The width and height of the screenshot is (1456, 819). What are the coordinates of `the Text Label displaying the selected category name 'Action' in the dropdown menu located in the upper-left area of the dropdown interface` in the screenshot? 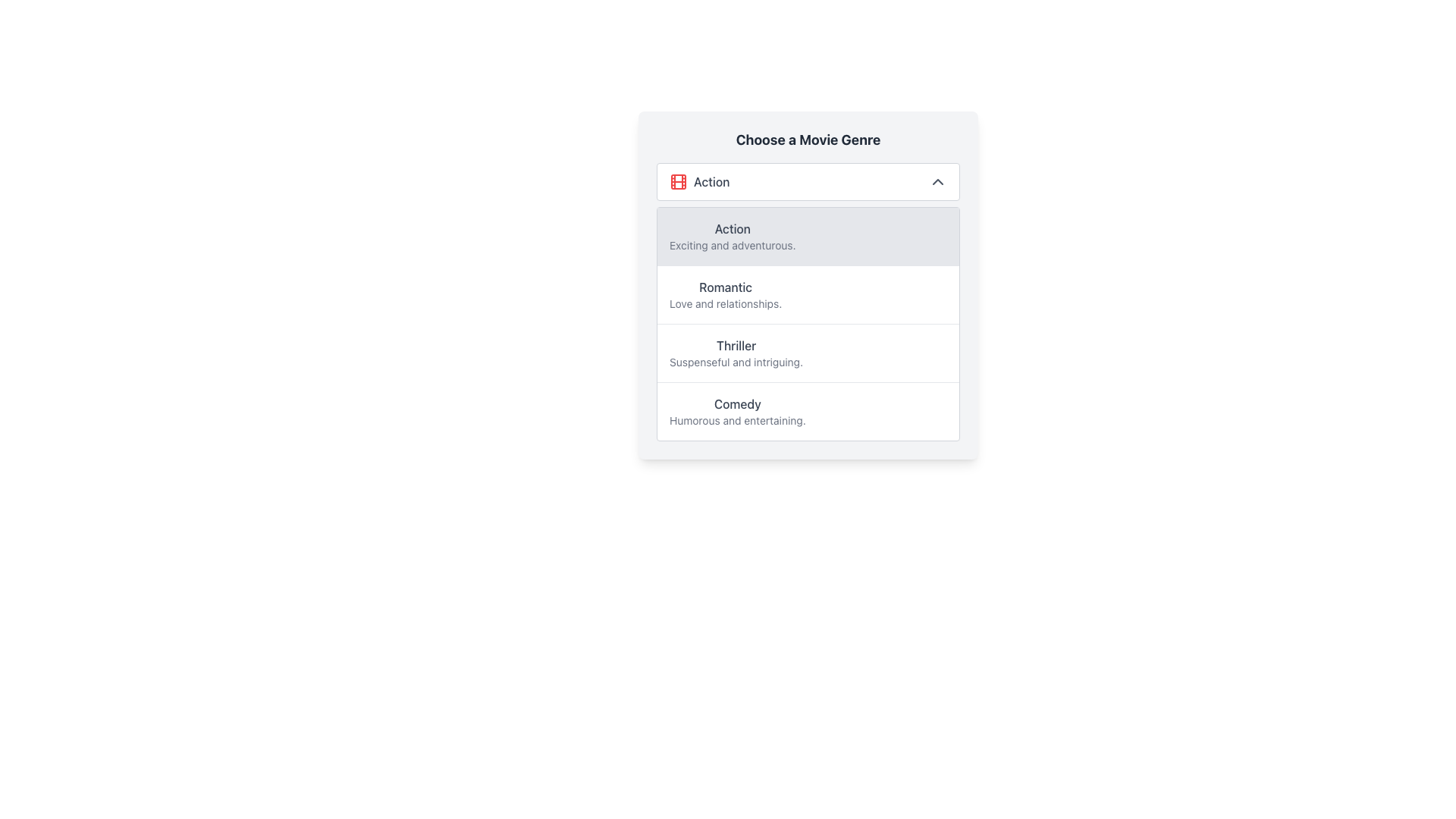 It's located at (711, 180).